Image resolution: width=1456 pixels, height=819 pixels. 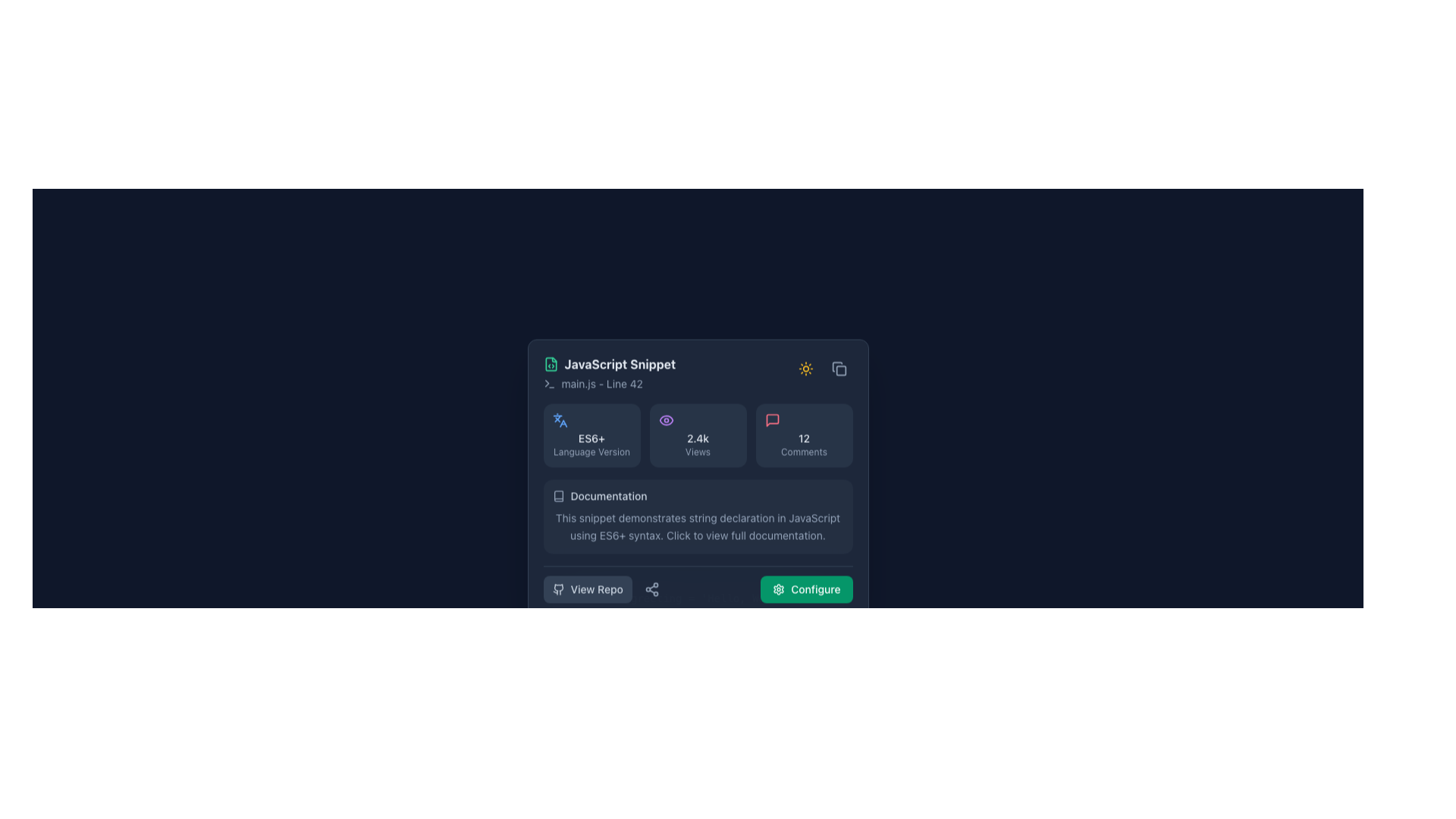 I want to click on the small monochrome book icon located in the upper right area of the snippet box to understand its meaning, so click(x=557, y=496).